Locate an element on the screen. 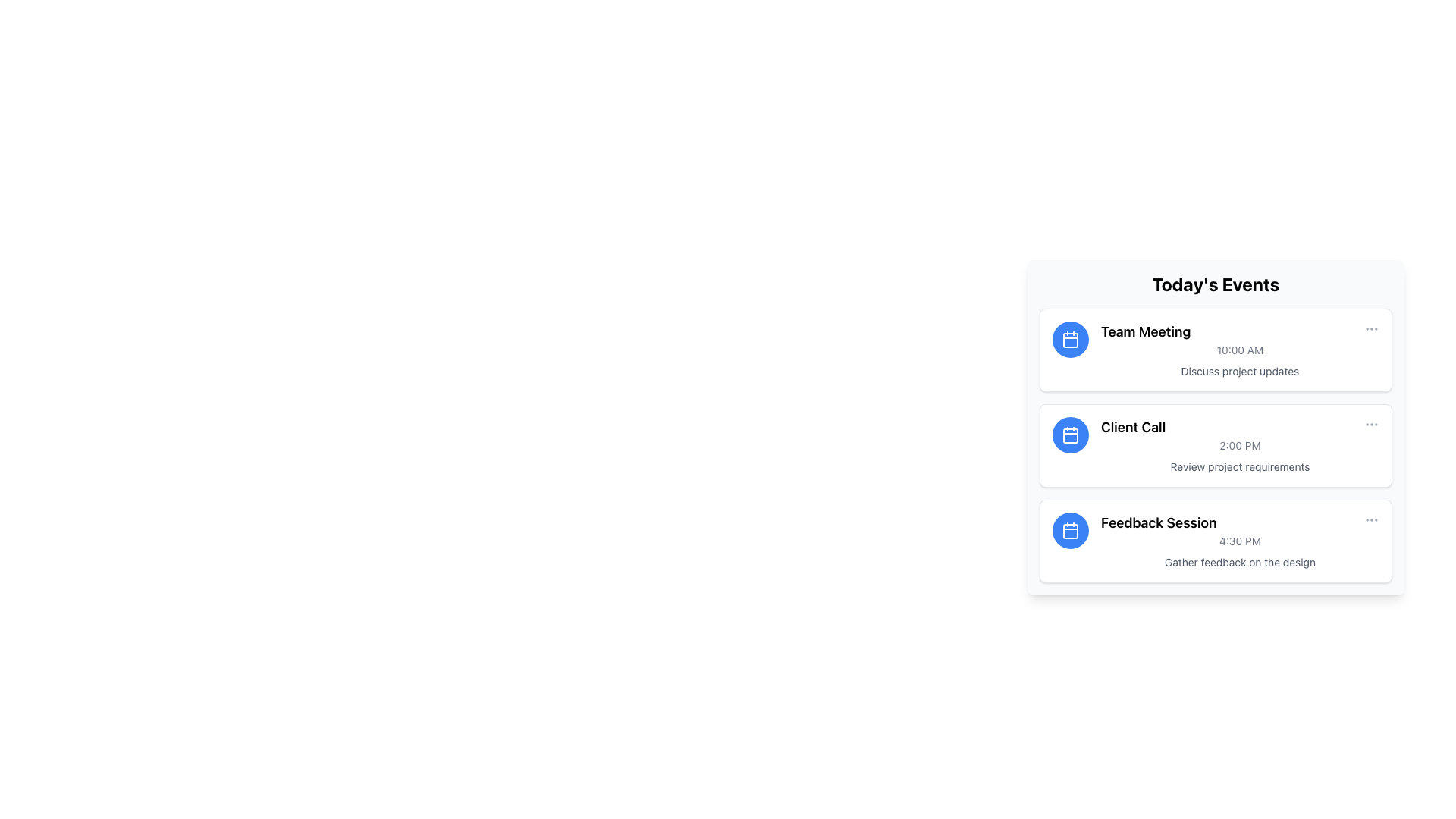 The height and width of the screenshot is (819, 1456). the central rectangle of the calendar icon within the event card titled 'Team Meeting' is located at coordinates (1069, 339).